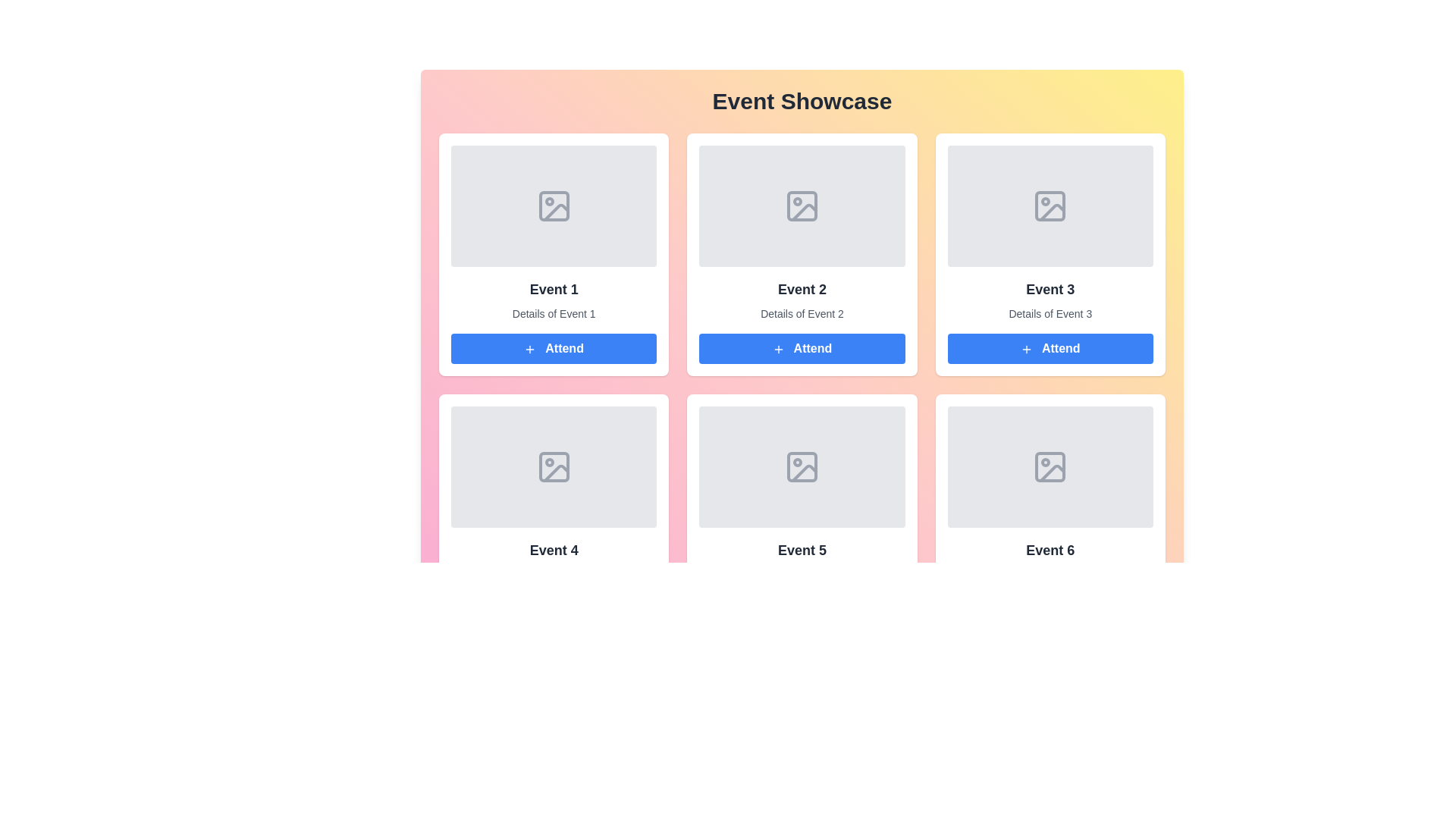  What do you see at coordinates (1050, 550) in the screenshot?
I see `text displayed as 'Event 6', which is a bold text label centered below the image placeholder and above the details of the event in the card layout` at bounding box center [1050, 550].